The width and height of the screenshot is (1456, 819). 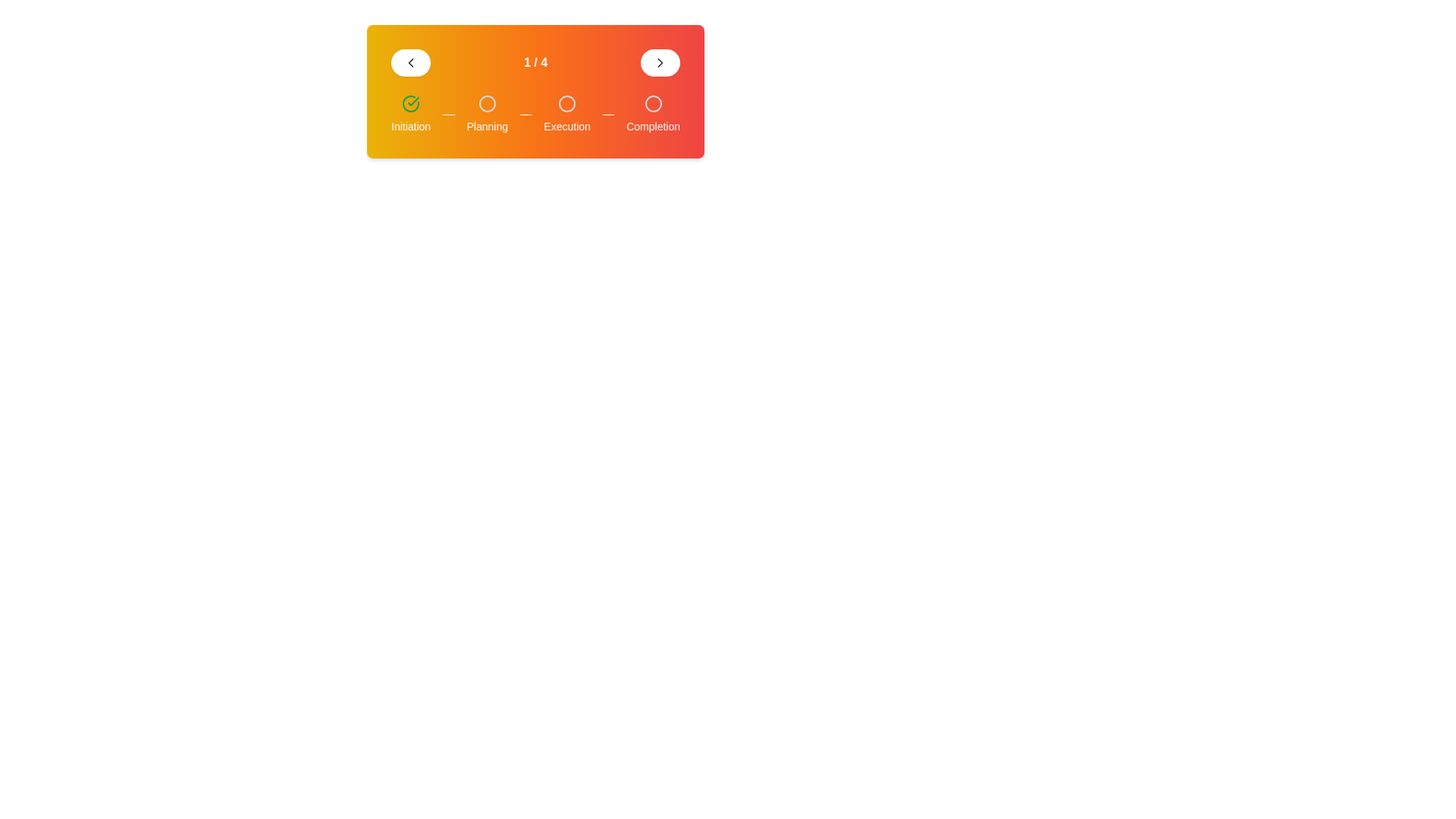 What do you see at coordinates (411, 113) in the screenshot?
I see `the Interactive status step indicator, which features a green check mark circle icon and the text 'Initiation' on a gradient background from yellow to orange, located at the leftmost end of the step sequence` at bounding box center [411, 113].